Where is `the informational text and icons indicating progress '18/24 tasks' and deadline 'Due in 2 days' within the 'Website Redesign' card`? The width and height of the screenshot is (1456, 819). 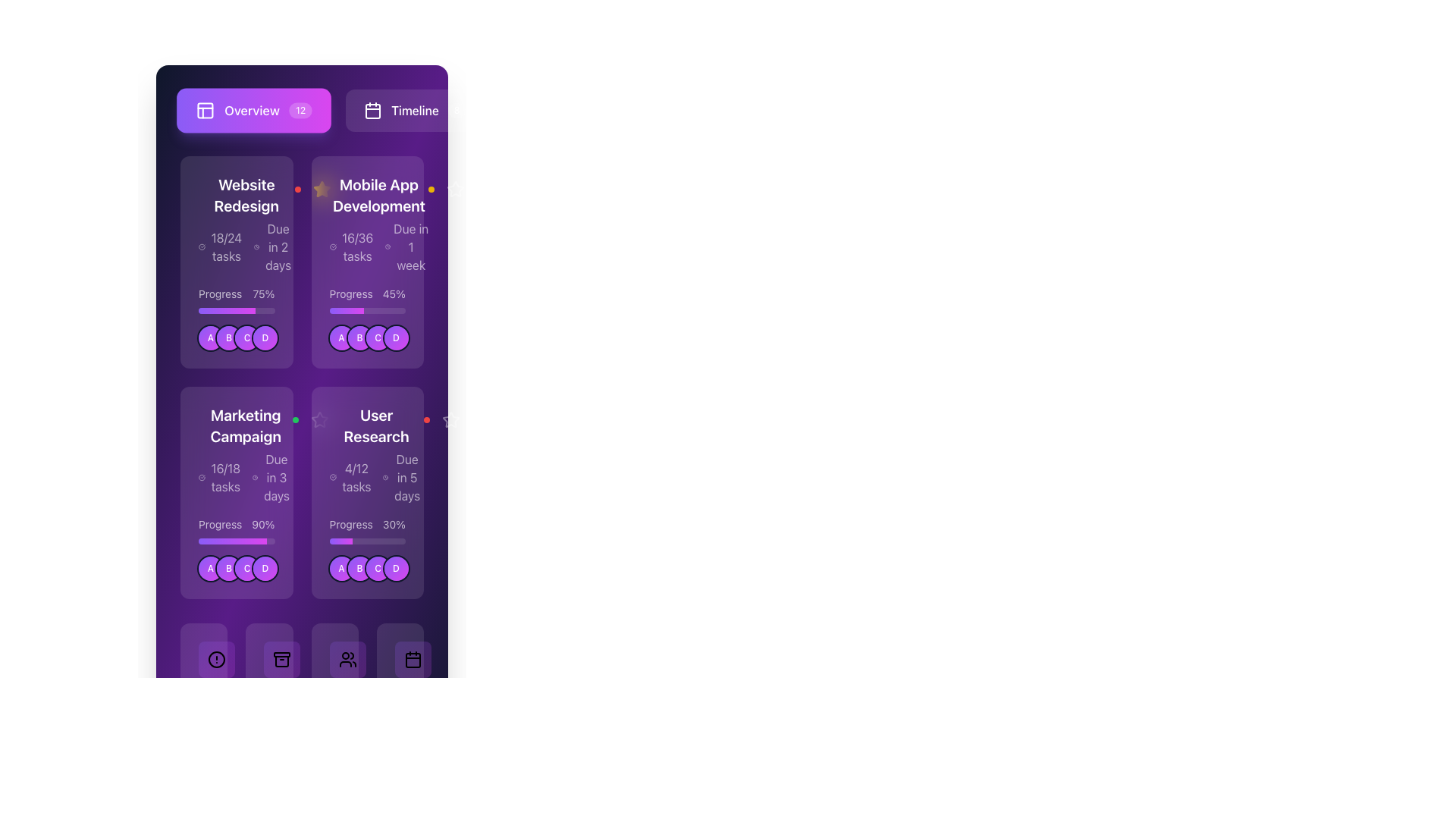 the informational text and icons indicating progress '18/24 tasks' and deadline 'Due in 2 days' within the 'Website Redesign' card is located at coordinates (246, 246).